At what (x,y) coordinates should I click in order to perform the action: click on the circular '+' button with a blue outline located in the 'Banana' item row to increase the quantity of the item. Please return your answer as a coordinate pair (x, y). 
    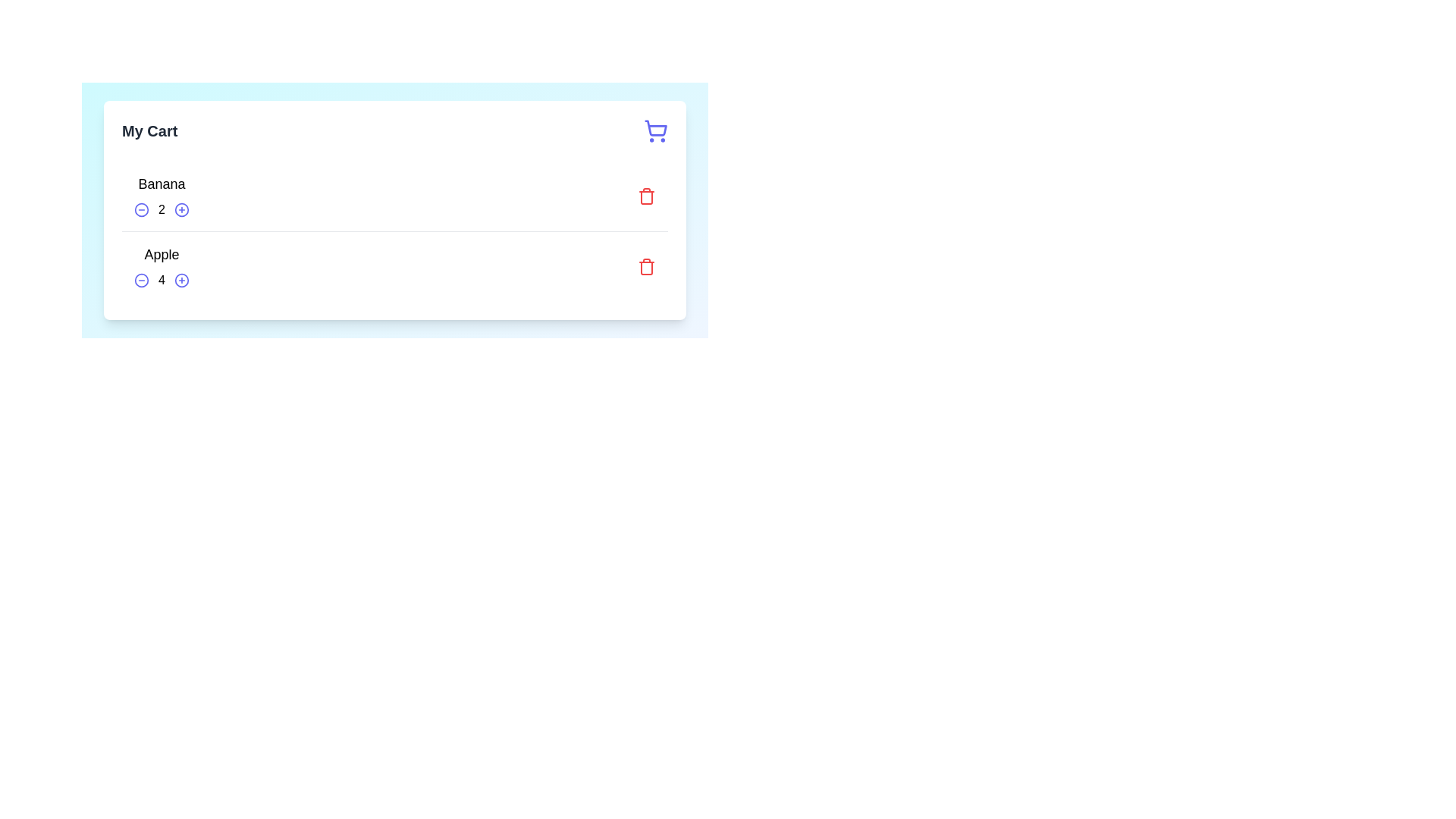
    Looking at the image, I should click on (182, 210).